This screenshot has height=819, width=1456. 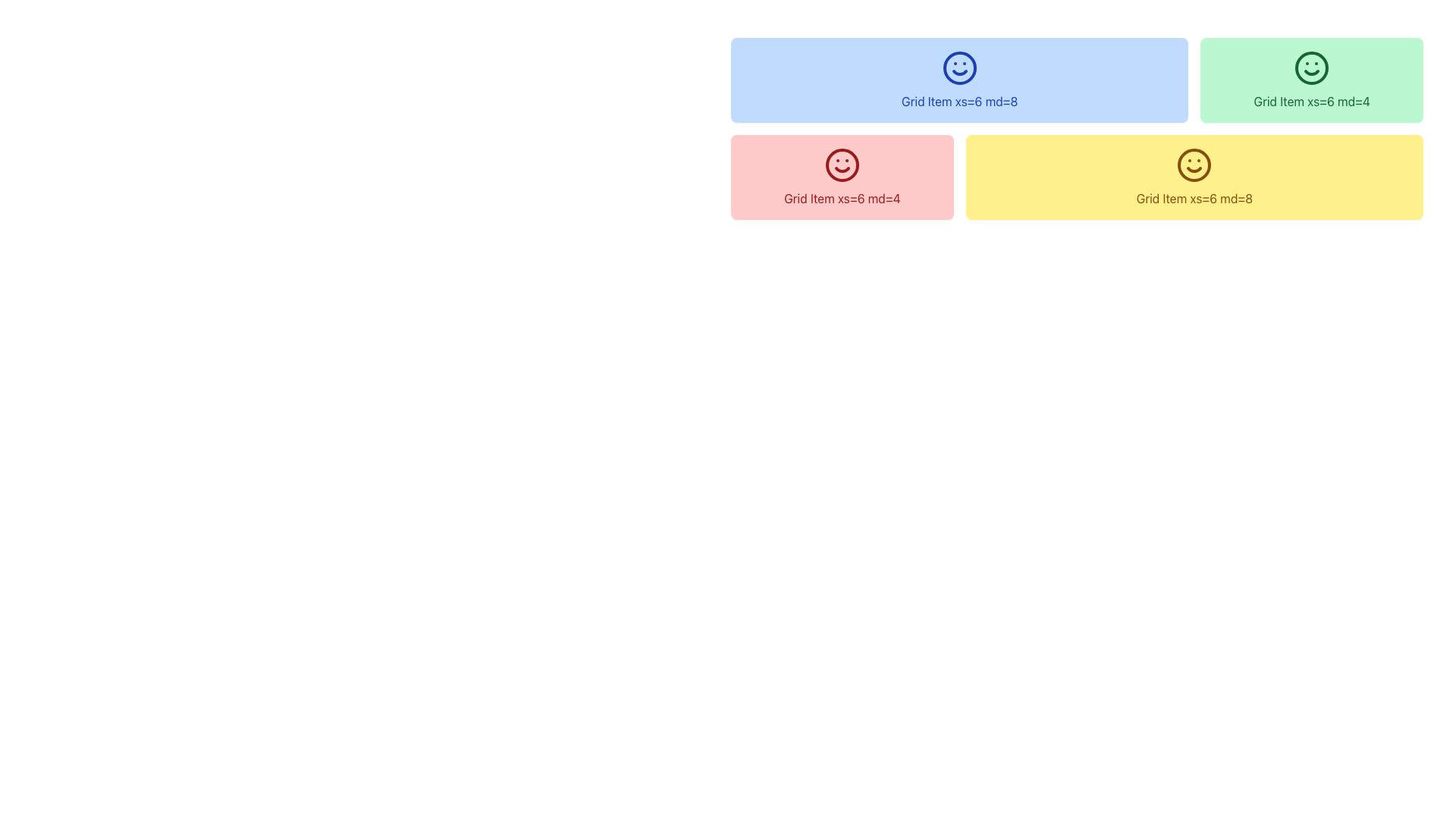 I want to click on text displayed in the text label 'xs=6 md=4' located within the red box of the 'Grid Item xs=6 md=4' component, so click(x=868, y=198).